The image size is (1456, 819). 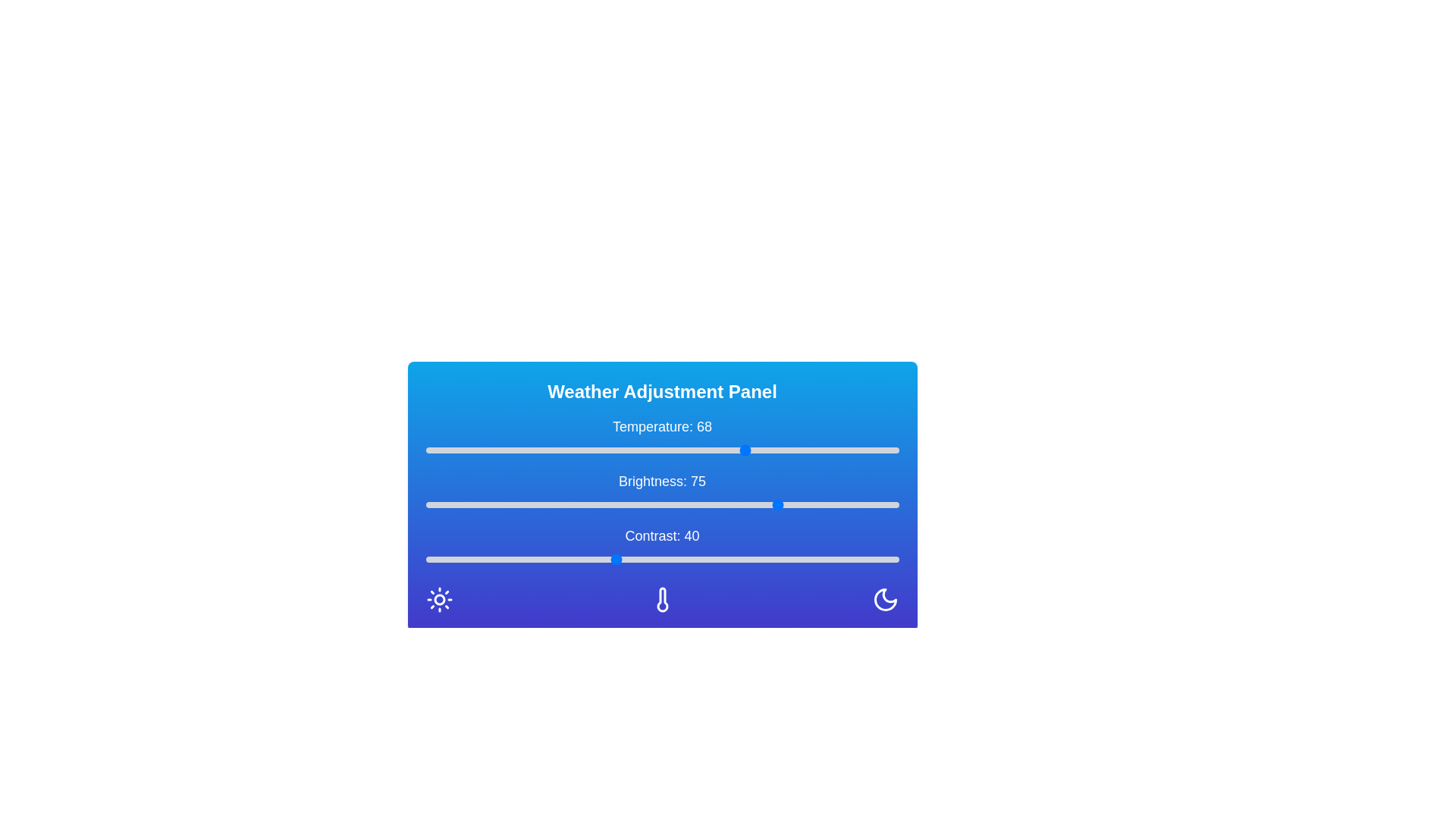 What do you see at coordinates (884, 559) in the screenshot?
I see `the contrast slider to 97` at bounding box center [884, 559].